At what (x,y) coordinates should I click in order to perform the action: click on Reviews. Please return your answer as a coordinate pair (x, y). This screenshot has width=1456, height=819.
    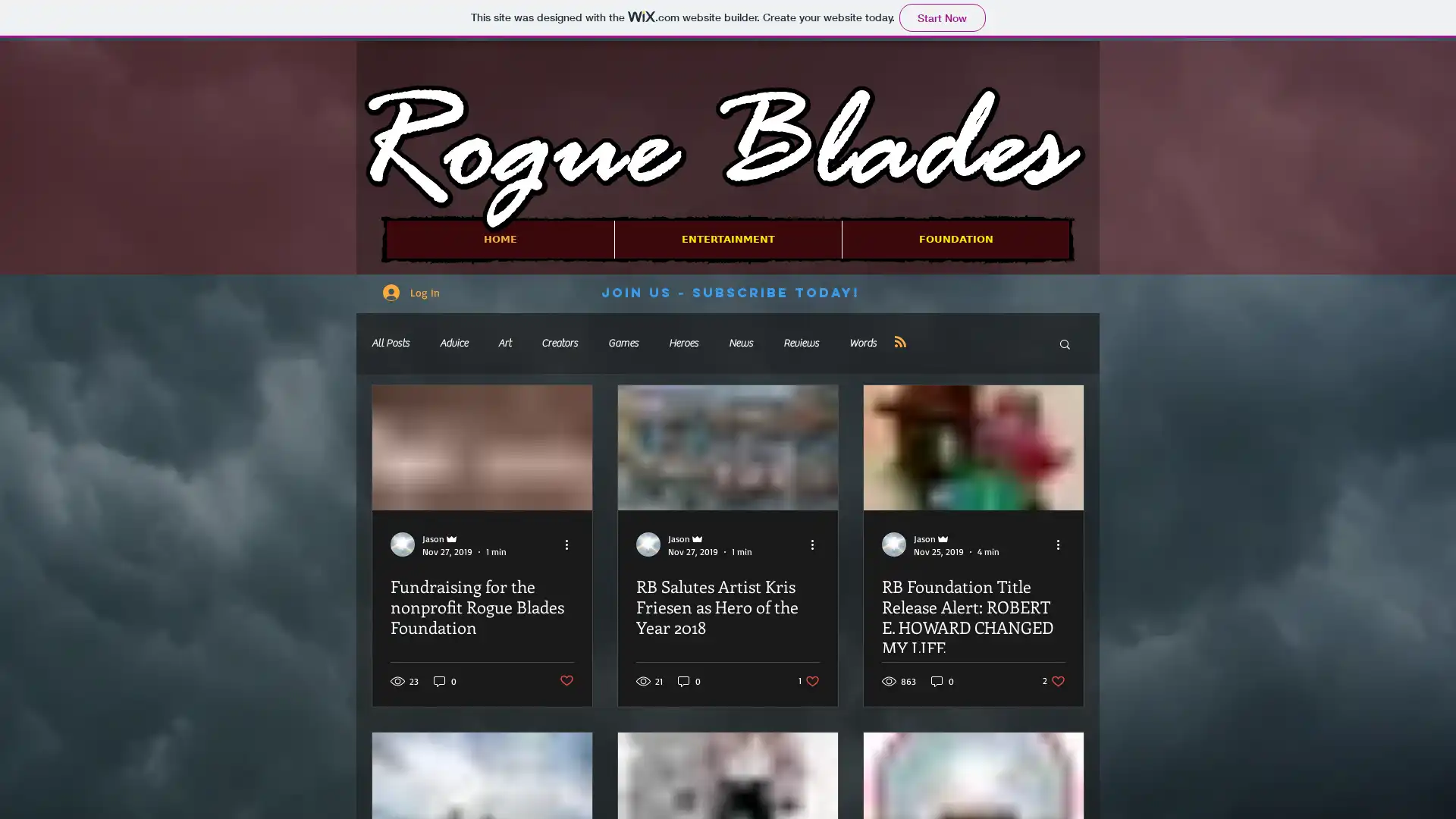
    Looking at the image, I should click on (800, 343).